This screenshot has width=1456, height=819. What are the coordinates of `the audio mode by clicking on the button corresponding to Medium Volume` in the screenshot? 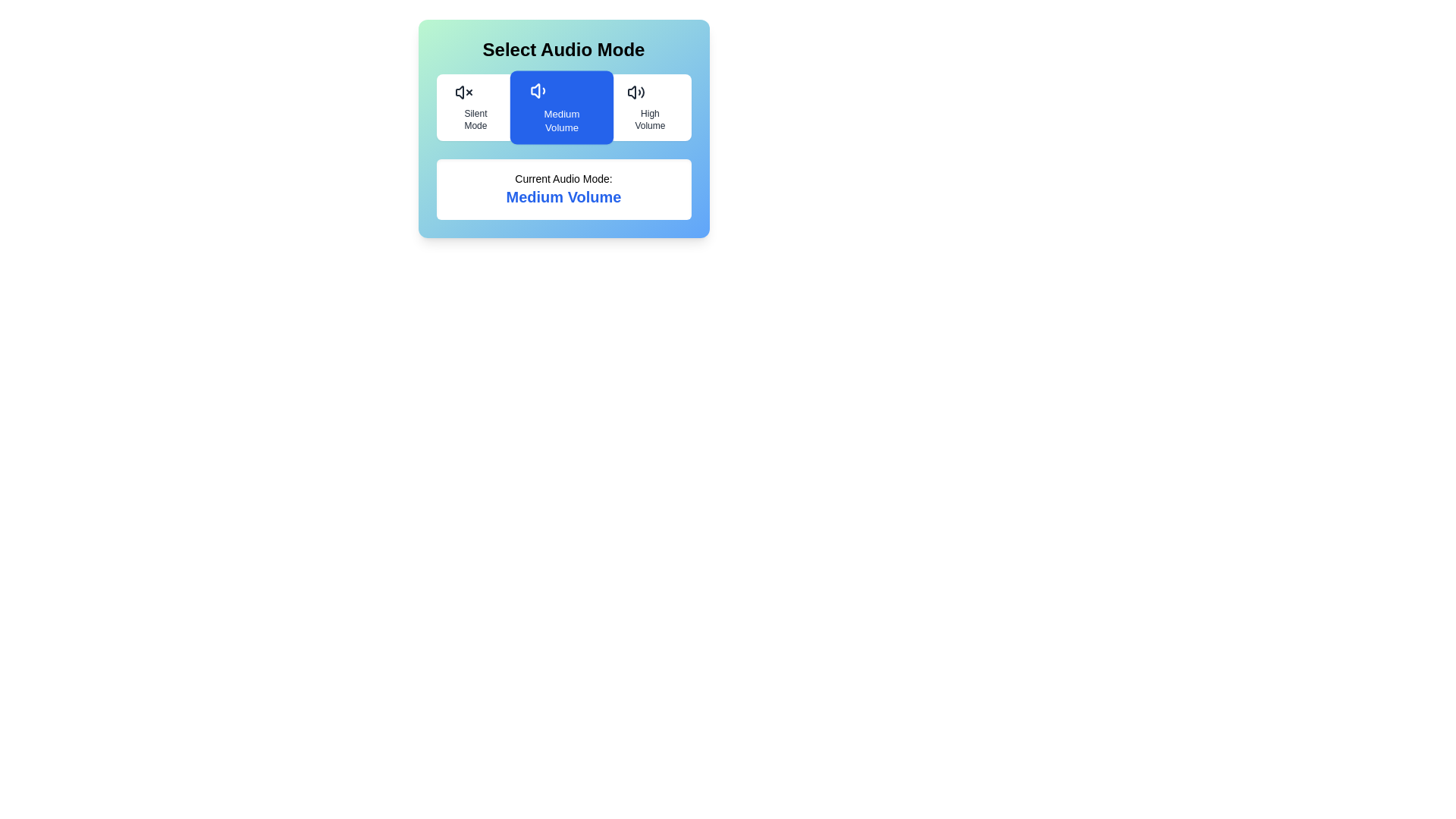 It's located at (560, 107).